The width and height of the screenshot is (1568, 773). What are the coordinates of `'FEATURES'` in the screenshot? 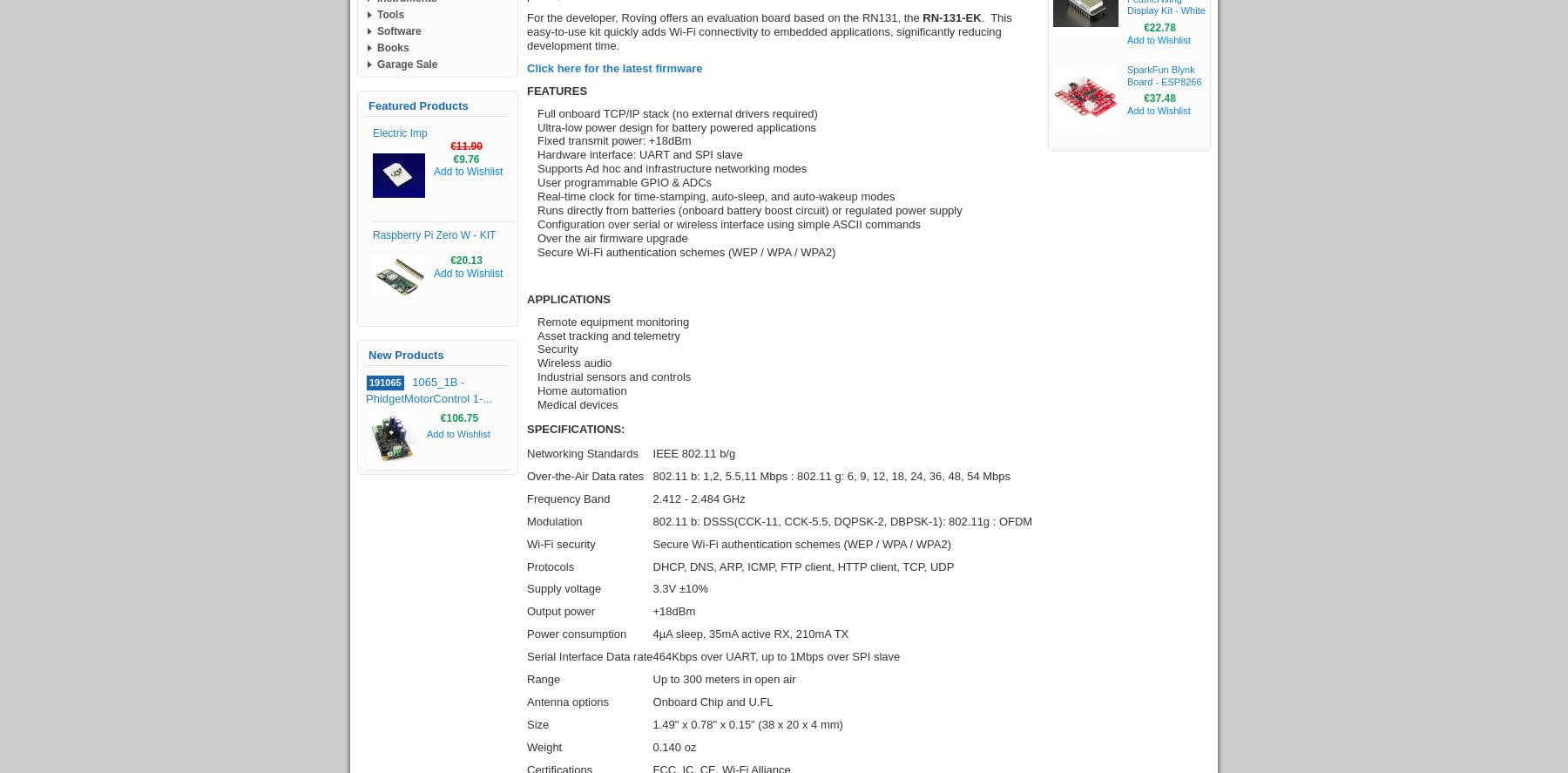 It's located at (557, 90).